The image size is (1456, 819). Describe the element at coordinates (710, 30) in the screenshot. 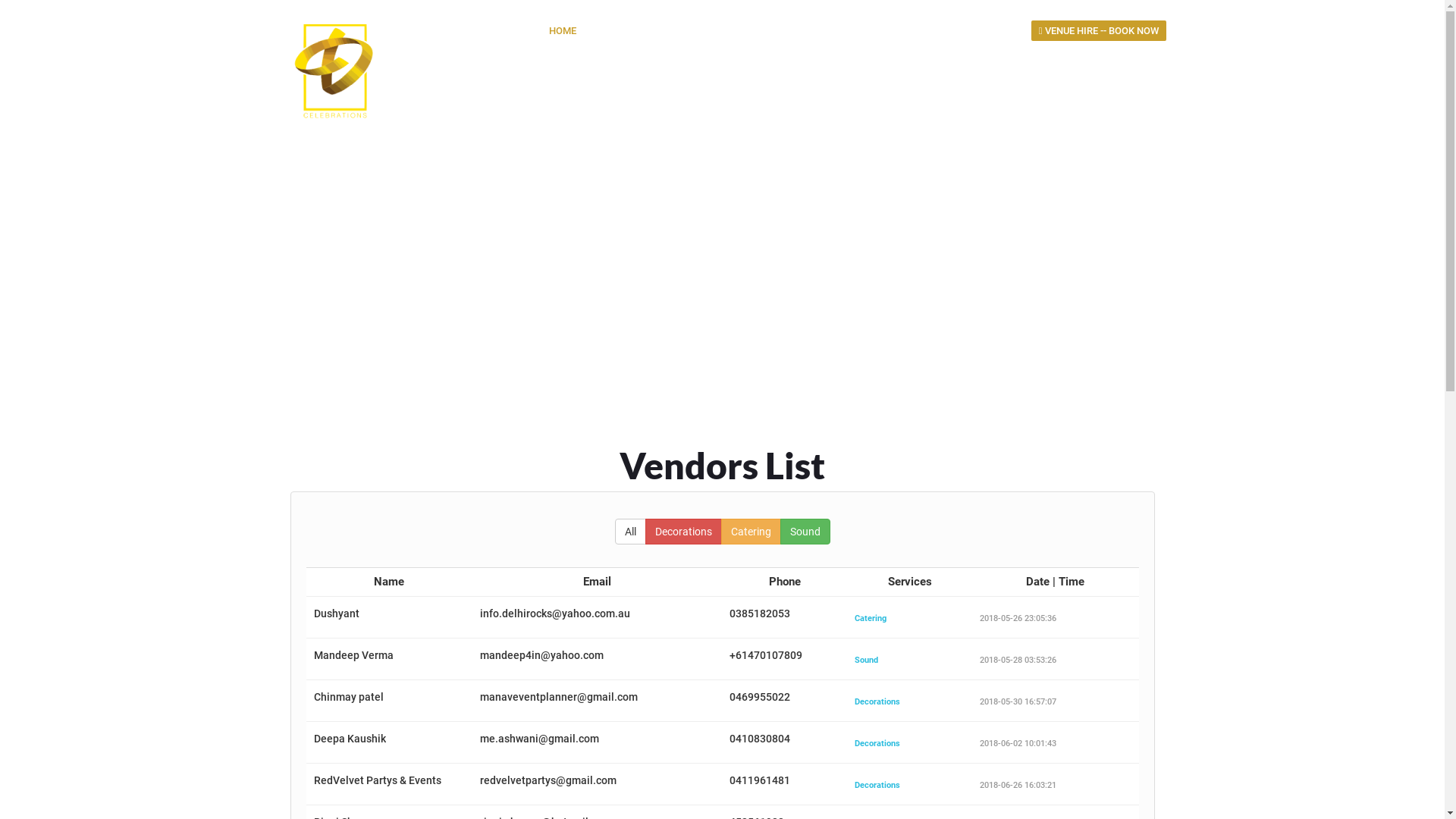

I see `'HOW IT WORKS?'` at that location.